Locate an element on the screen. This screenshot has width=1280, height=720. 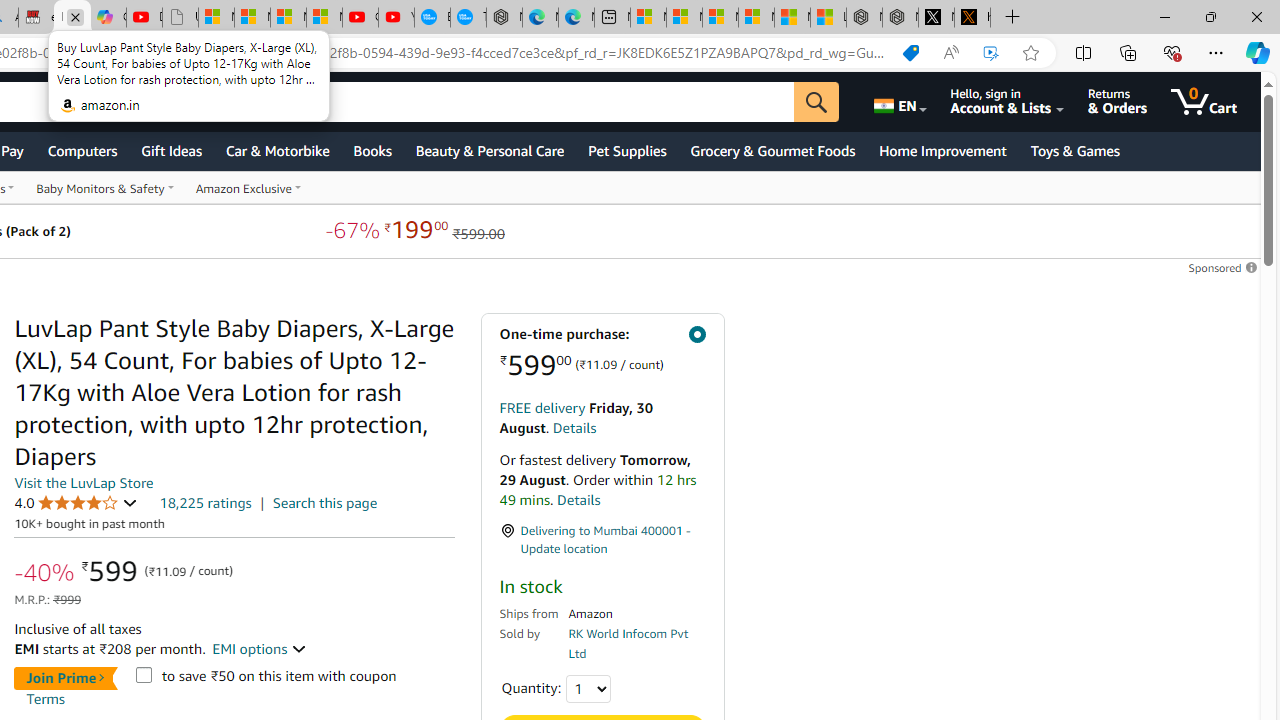
'Day 1: Arriving in Yemen (surreal to be here) - YouTube' is located at coordinates (143, 17).